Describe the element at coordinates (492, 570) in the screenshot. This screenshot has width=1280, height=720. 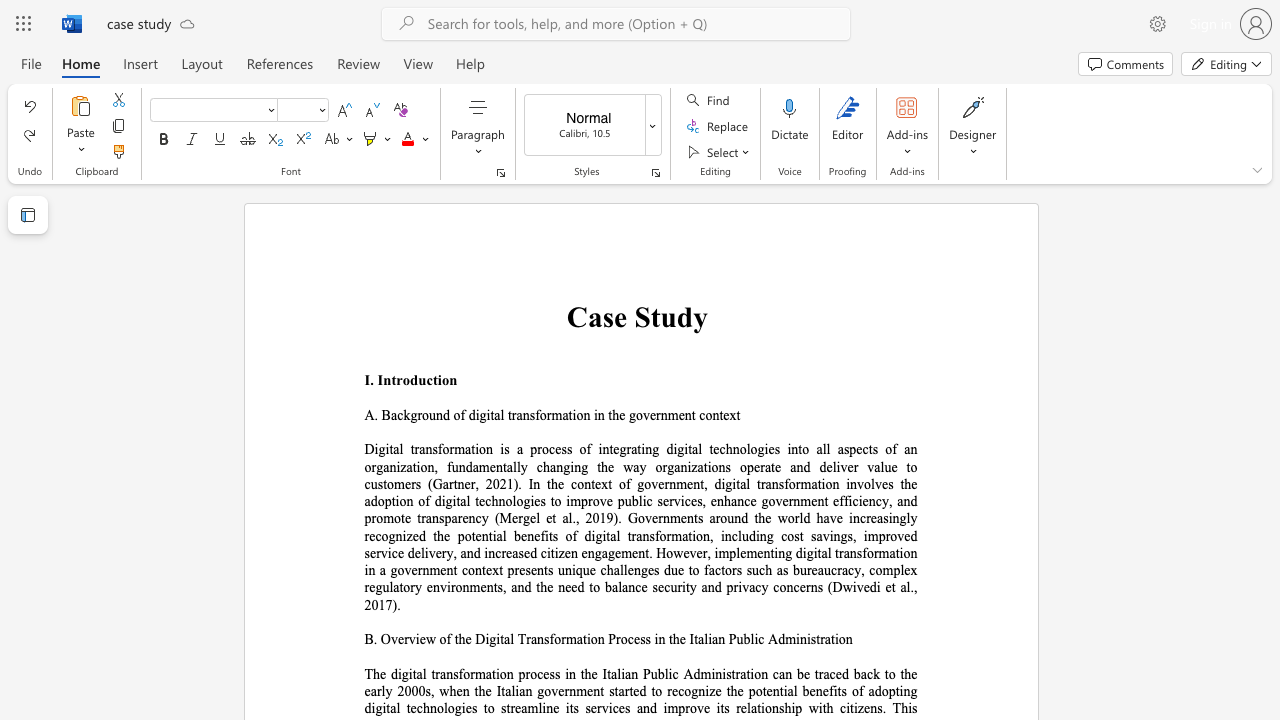
I see `the subset text "xt presents unique challenges due to factors such as bu" within the text "sformation, including cost savings, improved service delivery, and increased citizen engagement. However, implementing digital transformation in a government context presents unique challenges due to factors such as bureaucracy, complex regulatory environments, and the need to balance security and privacy concerns (Dwivedi et al., 2017)."` at that location.